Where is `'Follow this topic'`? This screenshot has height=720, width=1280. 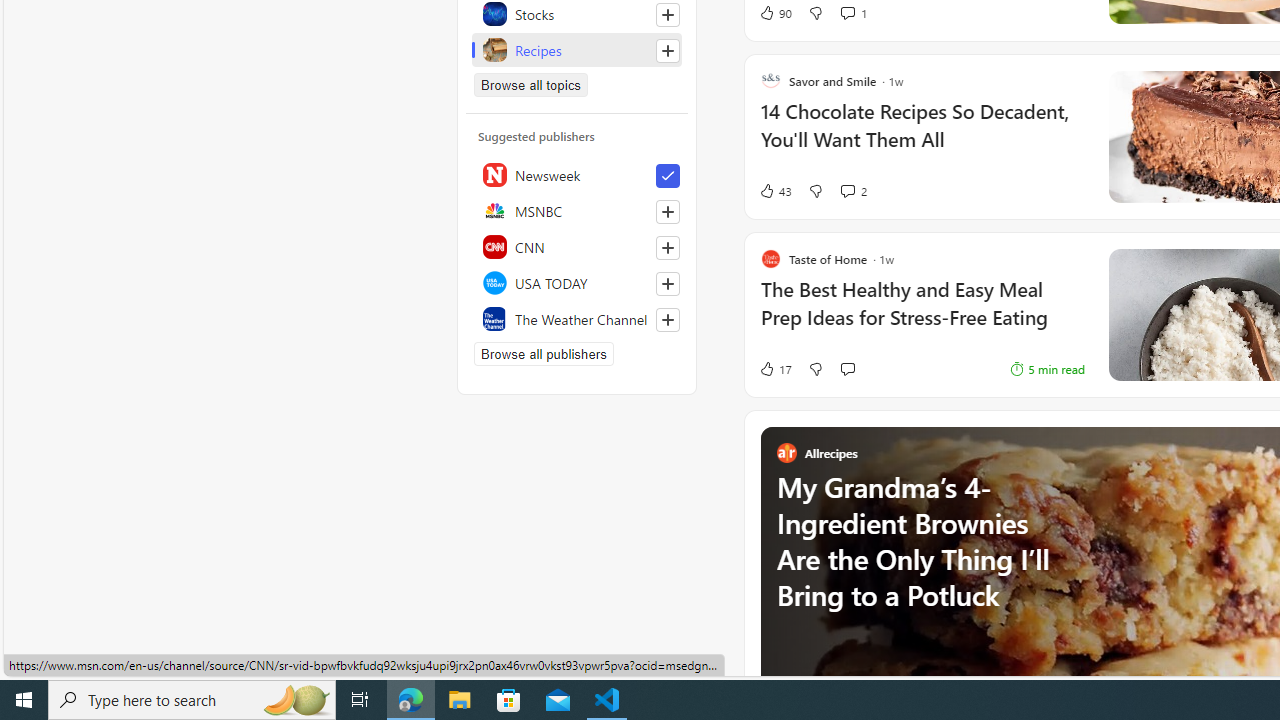
'Follow this topic' is located at coordinates (668, 49).